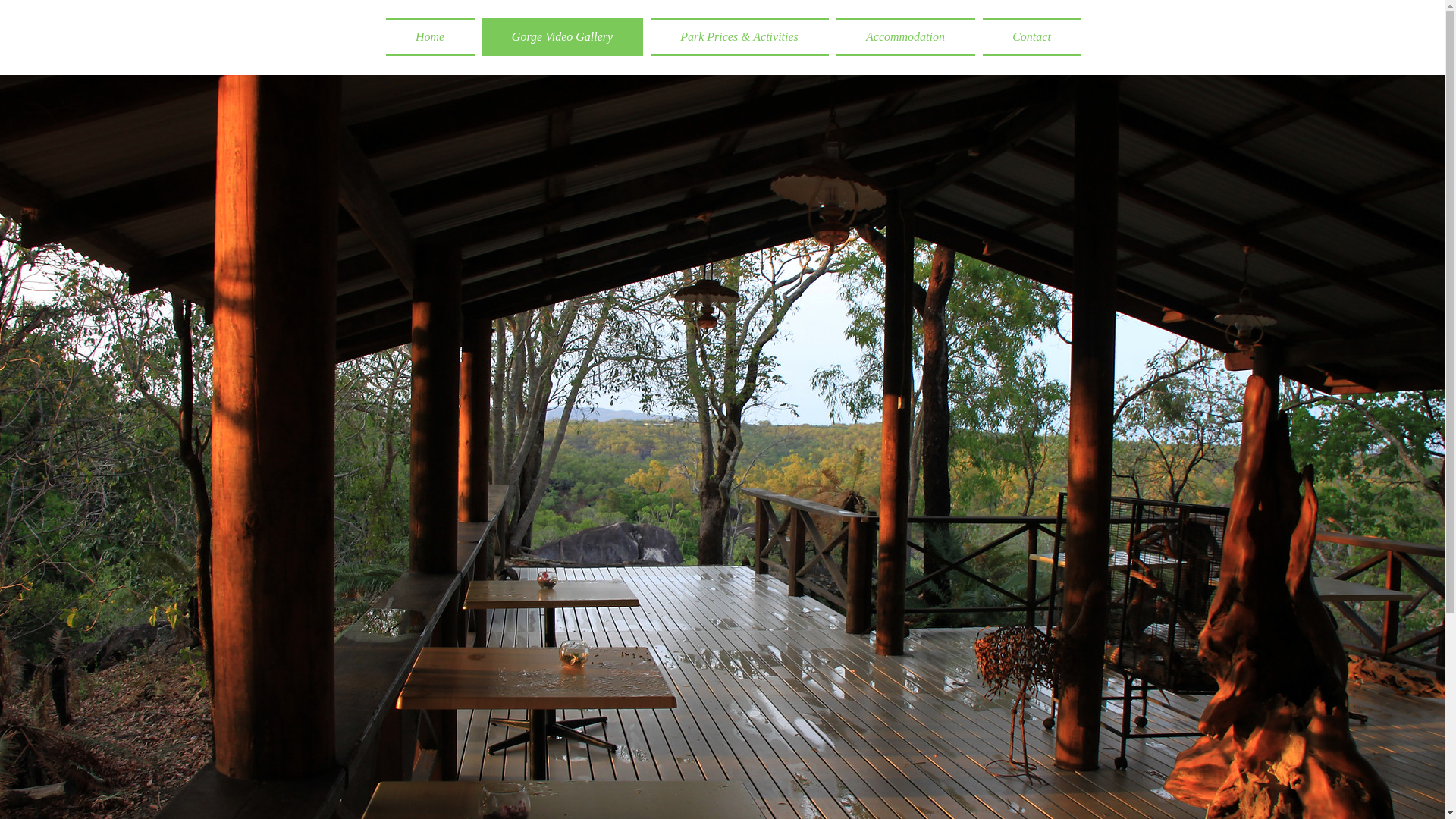  I want to click on 'Gorge Video Gallery', so click(560, 36).